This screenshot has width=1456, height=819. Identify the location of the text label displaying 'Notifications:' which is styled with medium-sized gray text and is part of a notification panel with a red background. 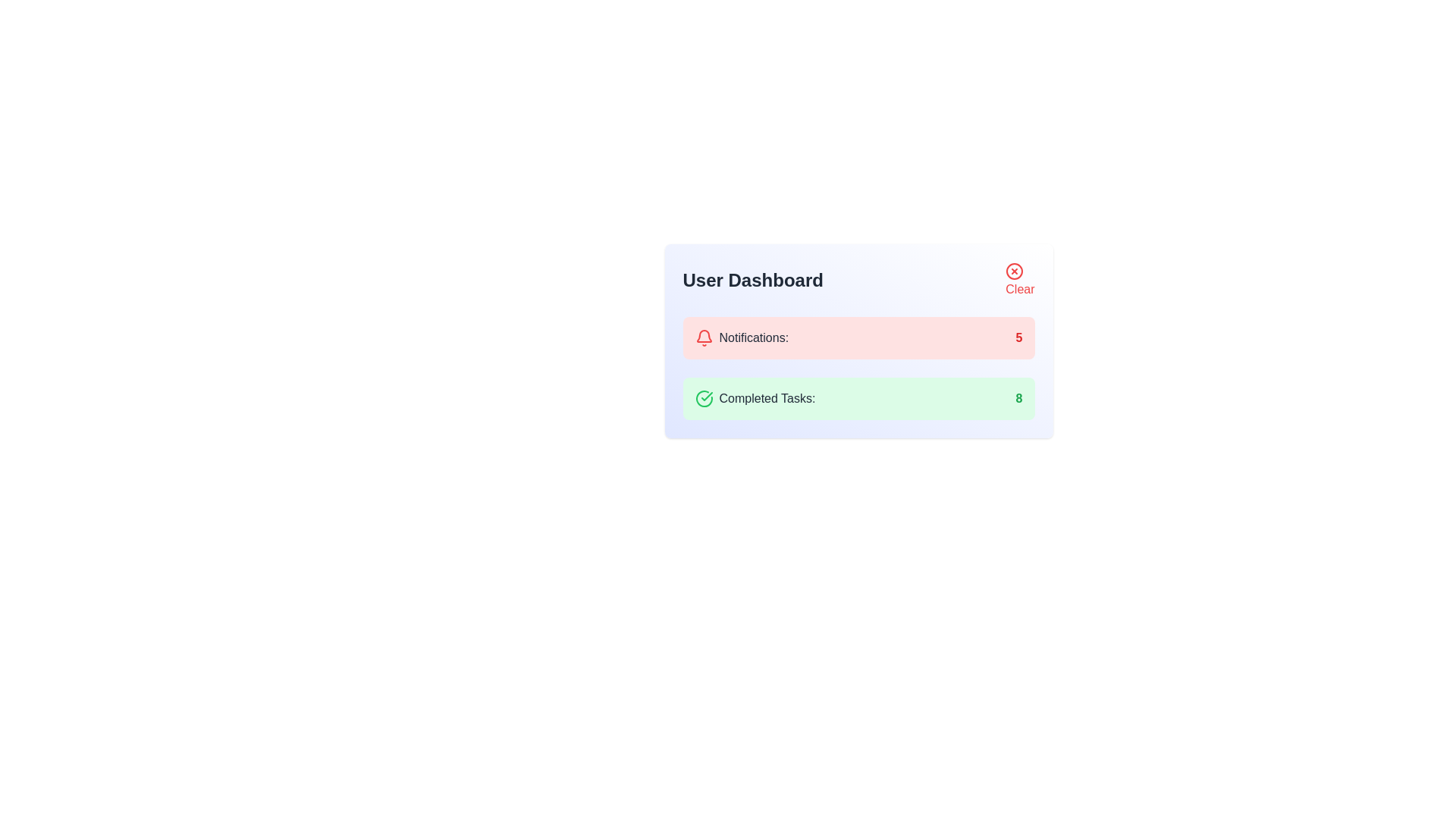
(754, 337).